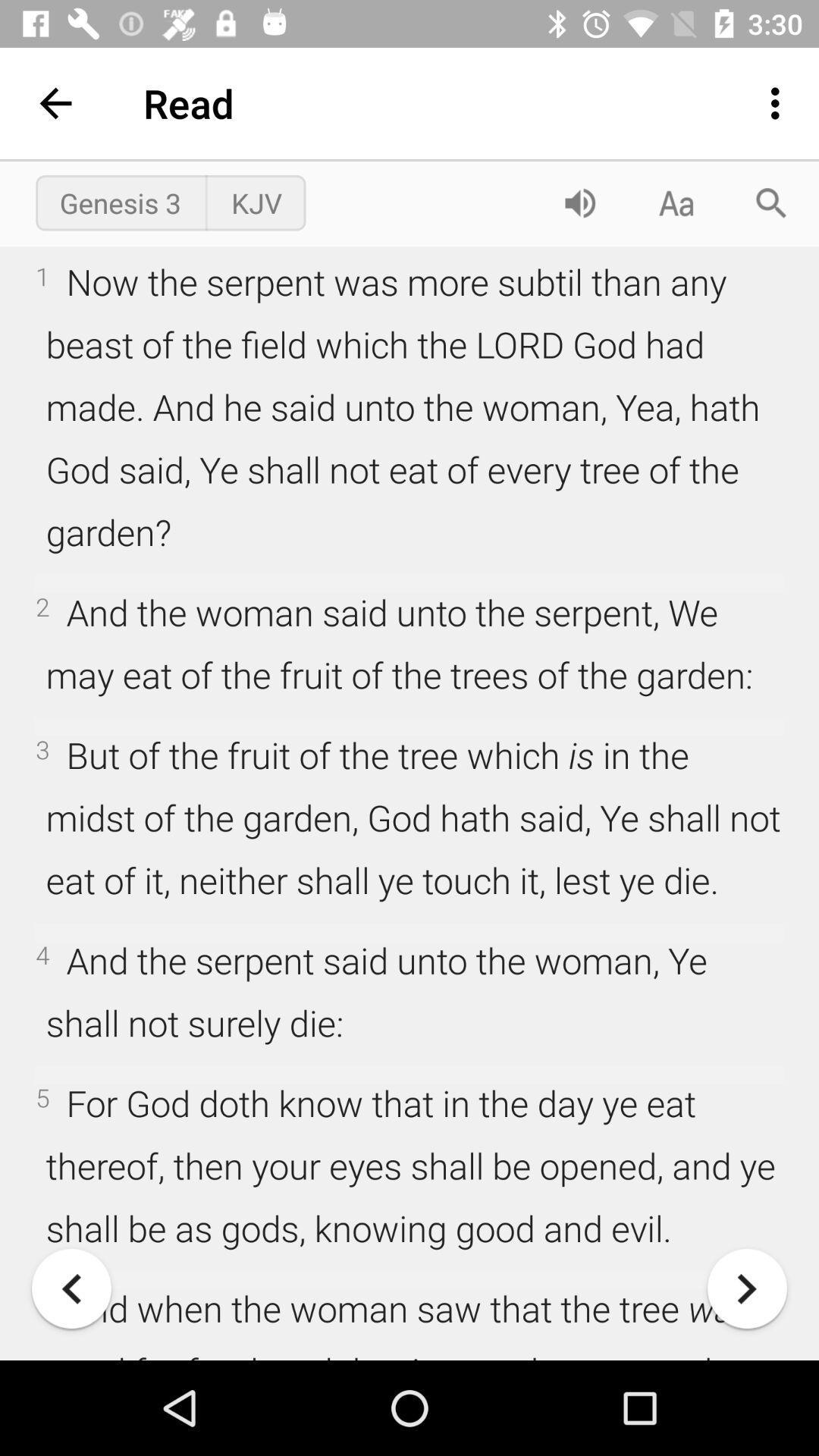 This screenshot has height=1456, width=819. Describe the element at coordinates (119, 202) in the screenshot. I see `genesis 3 item` at that location.